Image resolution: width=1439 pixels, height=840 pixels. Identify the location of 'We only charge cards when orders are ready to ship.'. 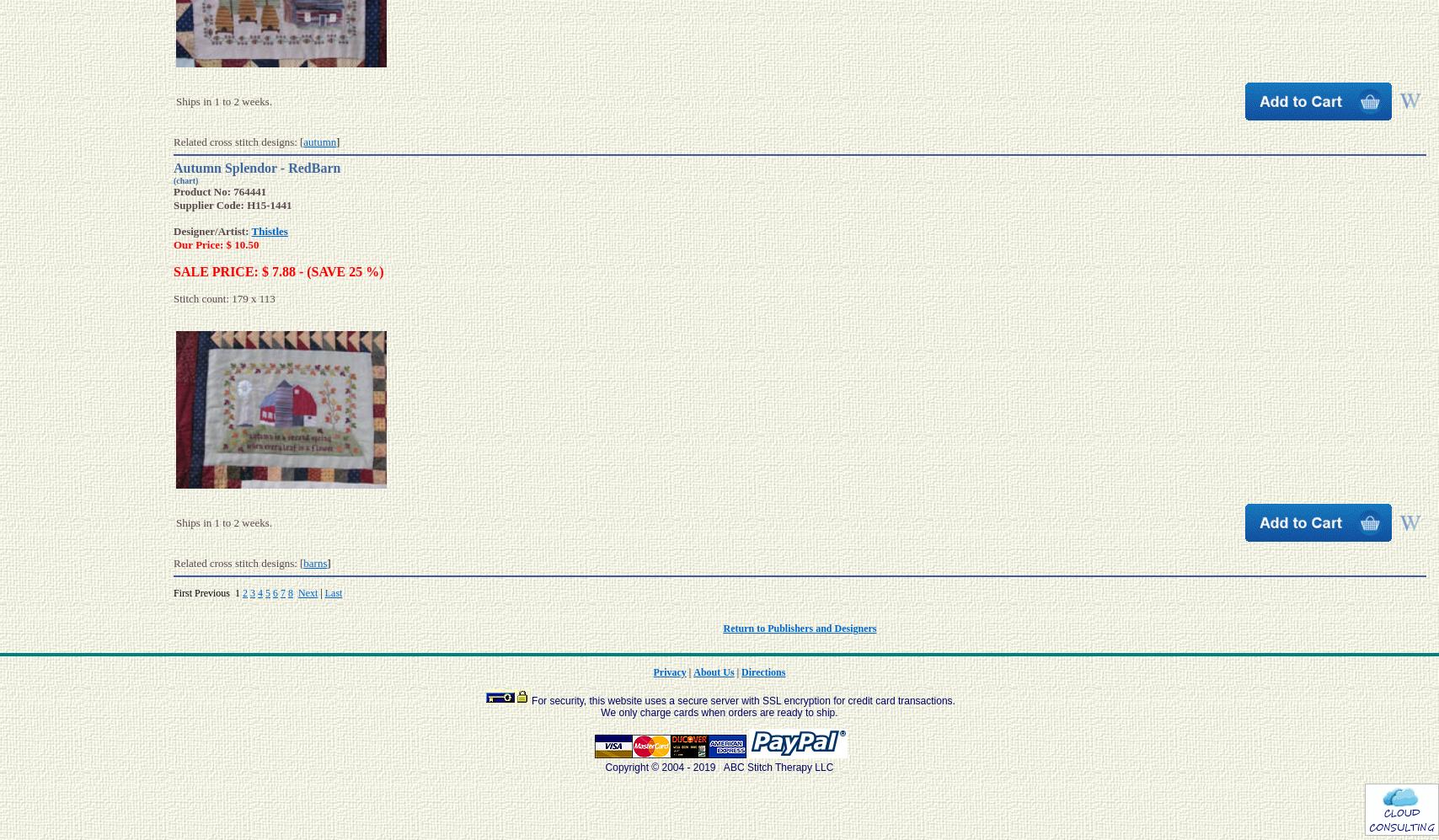
(600, 712).